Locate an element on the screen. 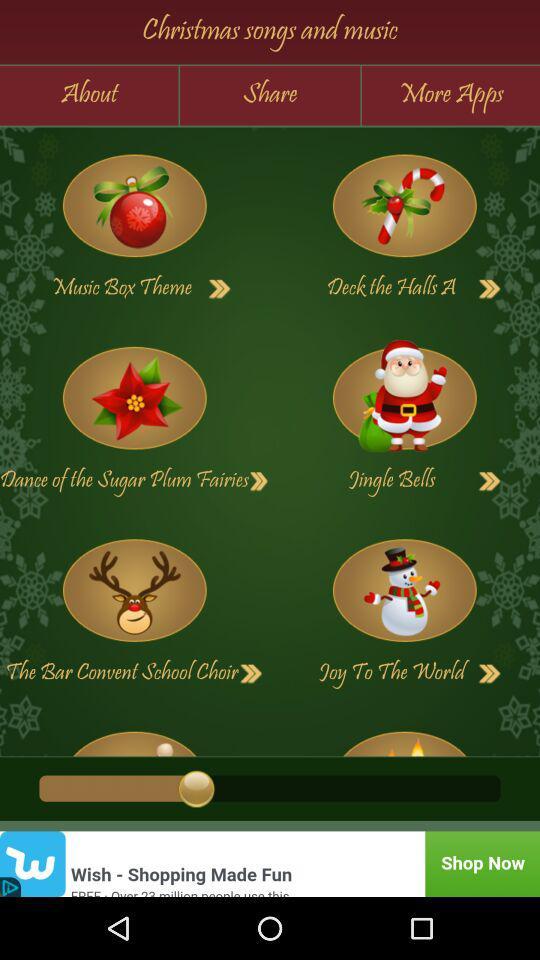  next button is located at coordinates (259, 480).